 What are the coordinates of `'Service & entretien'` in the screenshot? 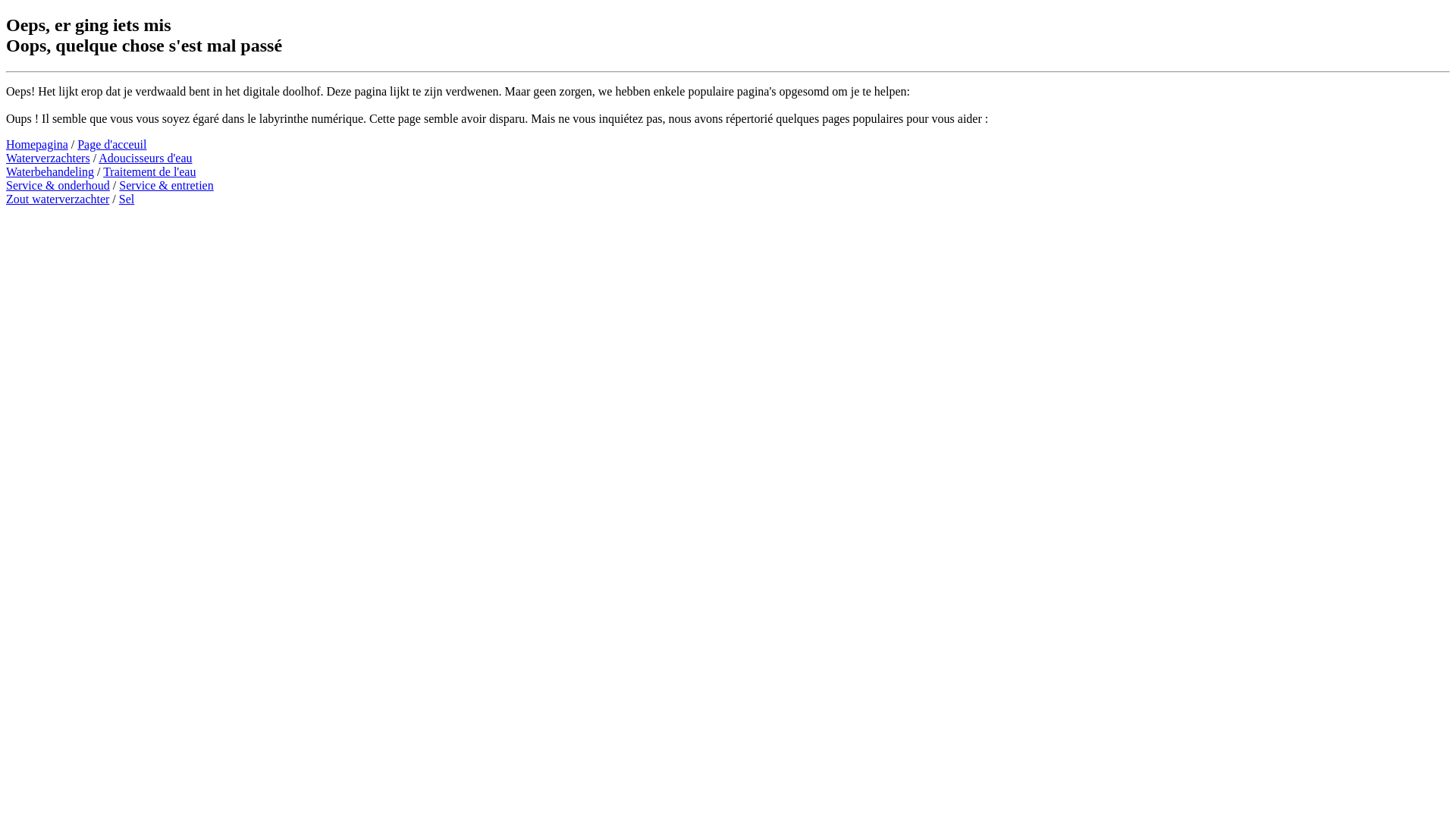 It's located at (118, 184).